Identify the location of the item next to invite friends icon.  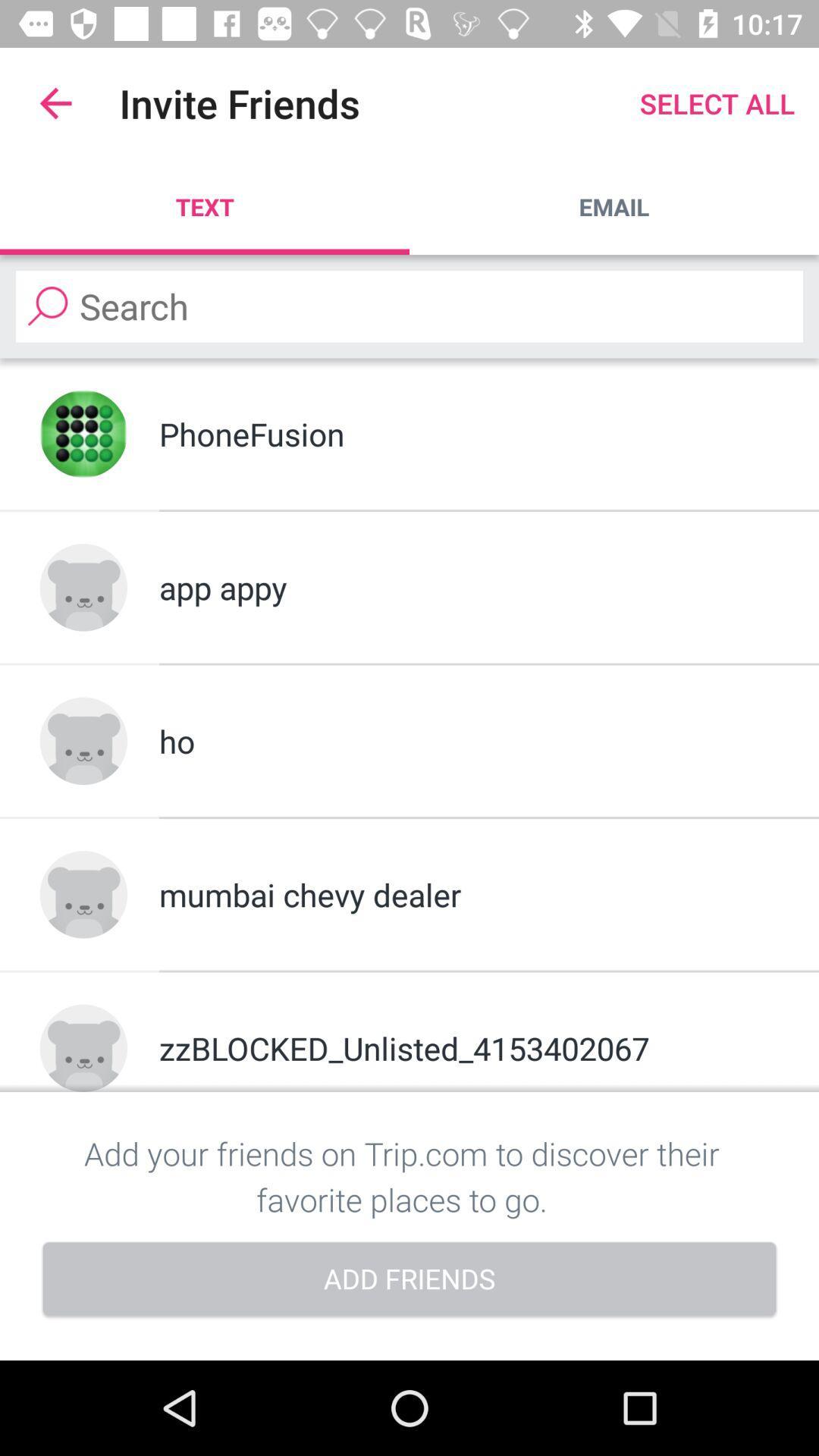
(55, 102).